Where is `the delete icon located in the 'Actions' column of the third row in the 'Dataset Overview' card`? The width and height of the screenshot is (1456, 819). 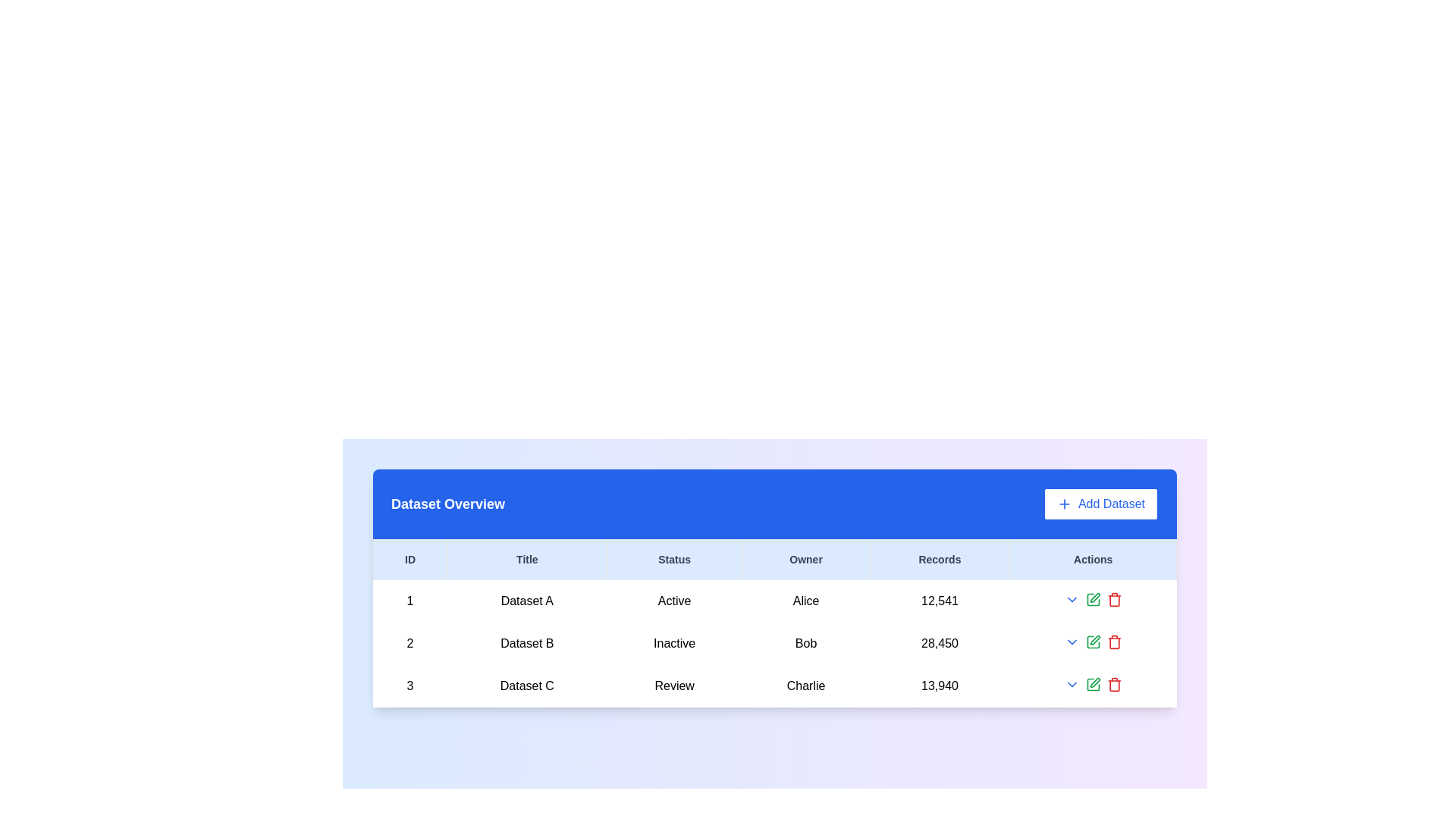 the delete icon located in the 'Actions' column of the third row in the 'Dataset Overview' card is located at coordinates (1114, 600).